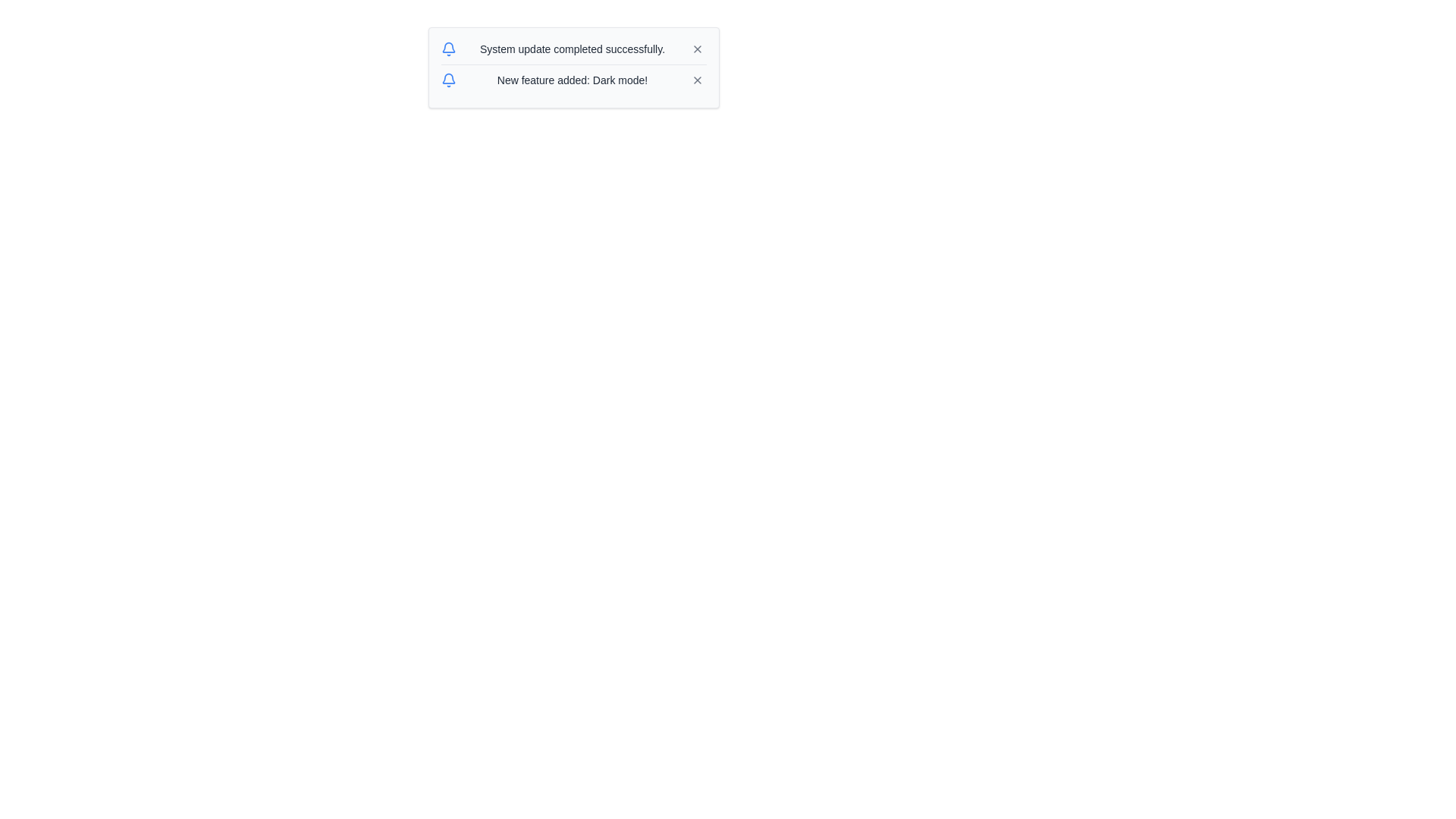 The image size is (1456, 819). Describe the element at coordinates (697, 80) in the screenshot. I see `the close button represented by an 'x' icon, outlined in gray, located at the far right of the notification message panel about the new dark mode feature` at that location.